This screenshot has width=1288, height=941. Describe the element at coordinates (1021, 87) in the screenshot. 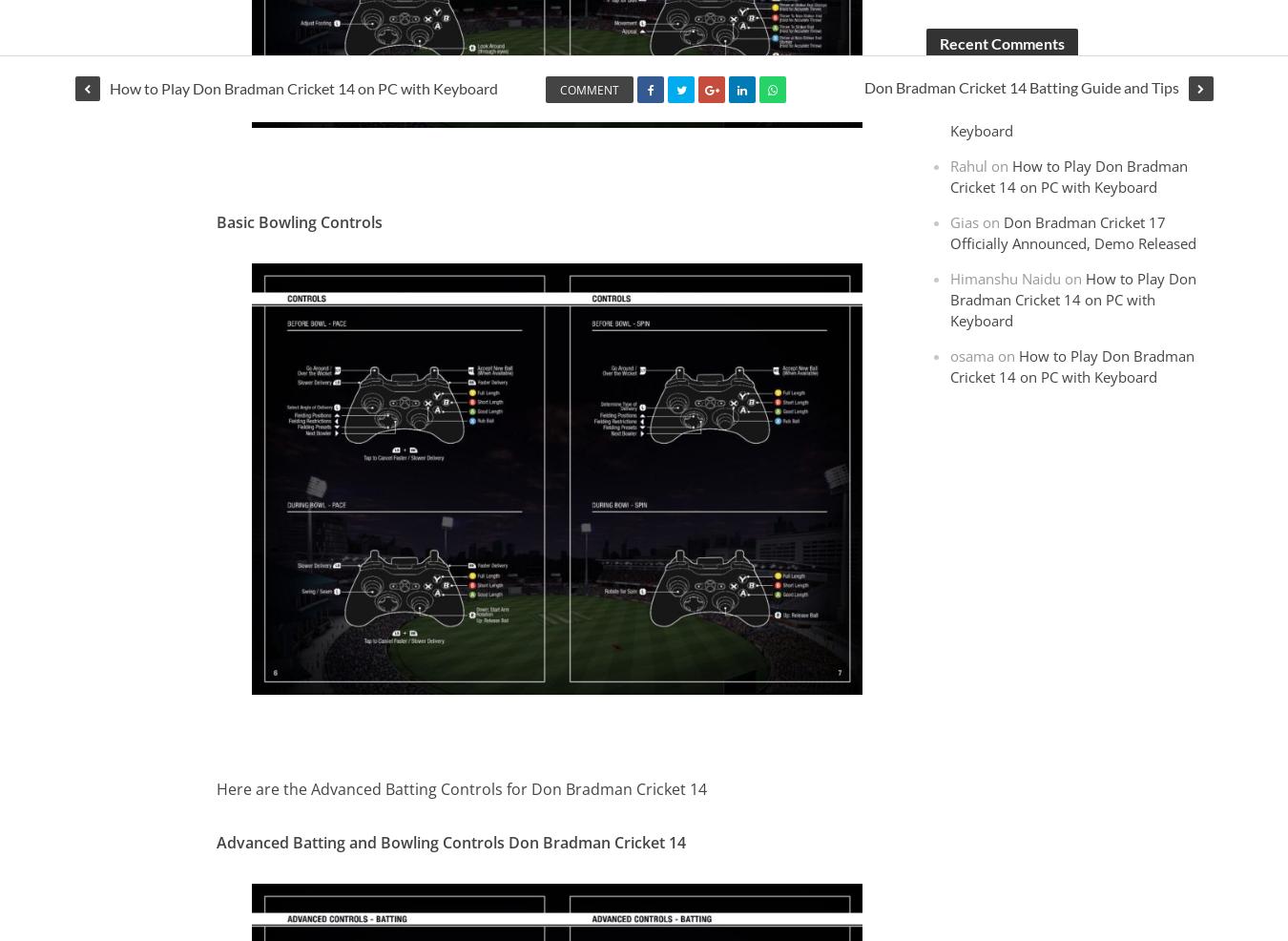

I see `'Don Bradman Cricket 14 Batting Guide and Tips'` at that location.